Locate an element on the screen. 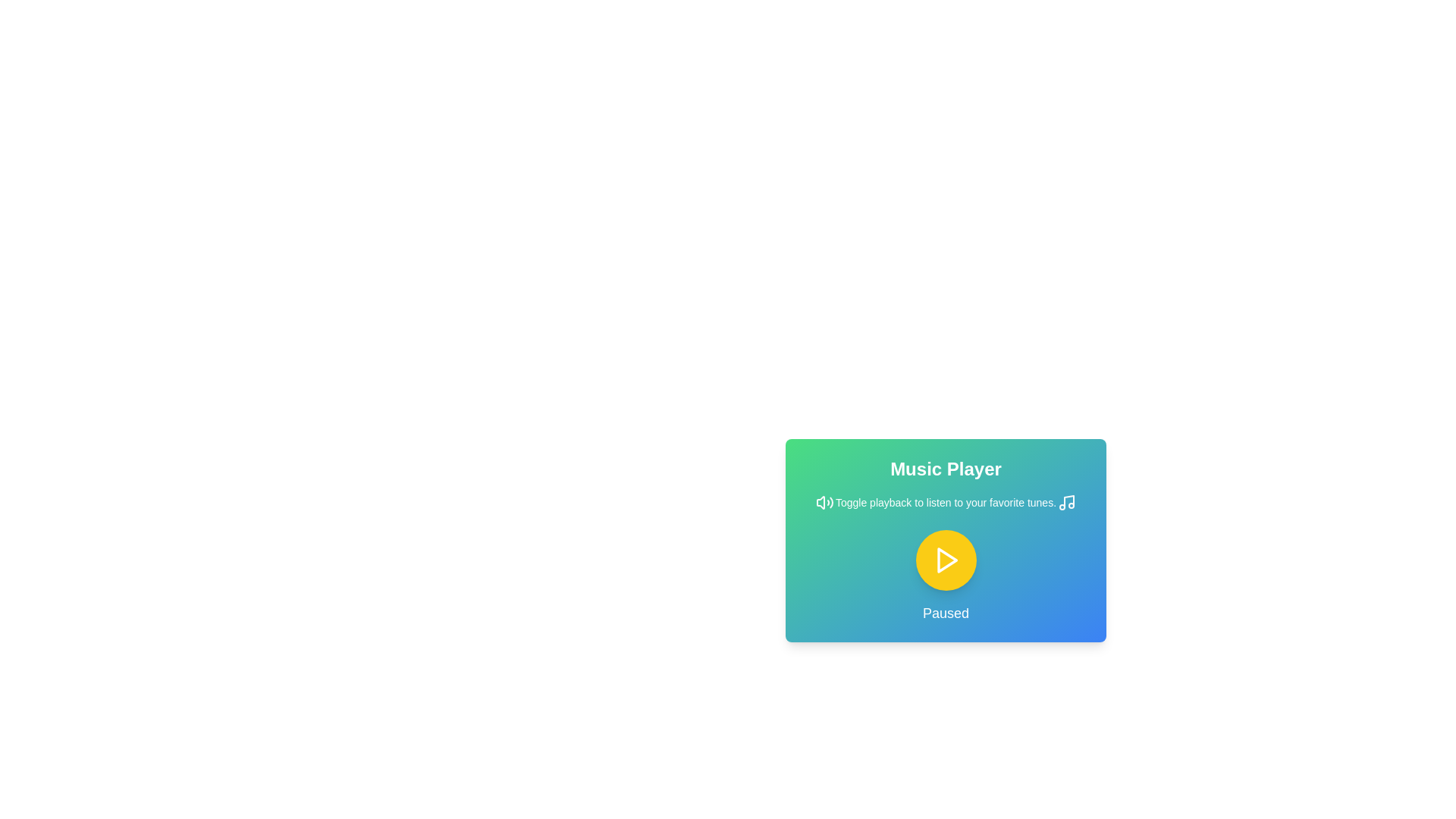 Image resolution: width=1456 pixels, height=819 pixels. the static text label that indicates the playback toggle for listening to favorite tunes, located below the 'Music Player' title and above the play button is located at coordinates (945, 503).